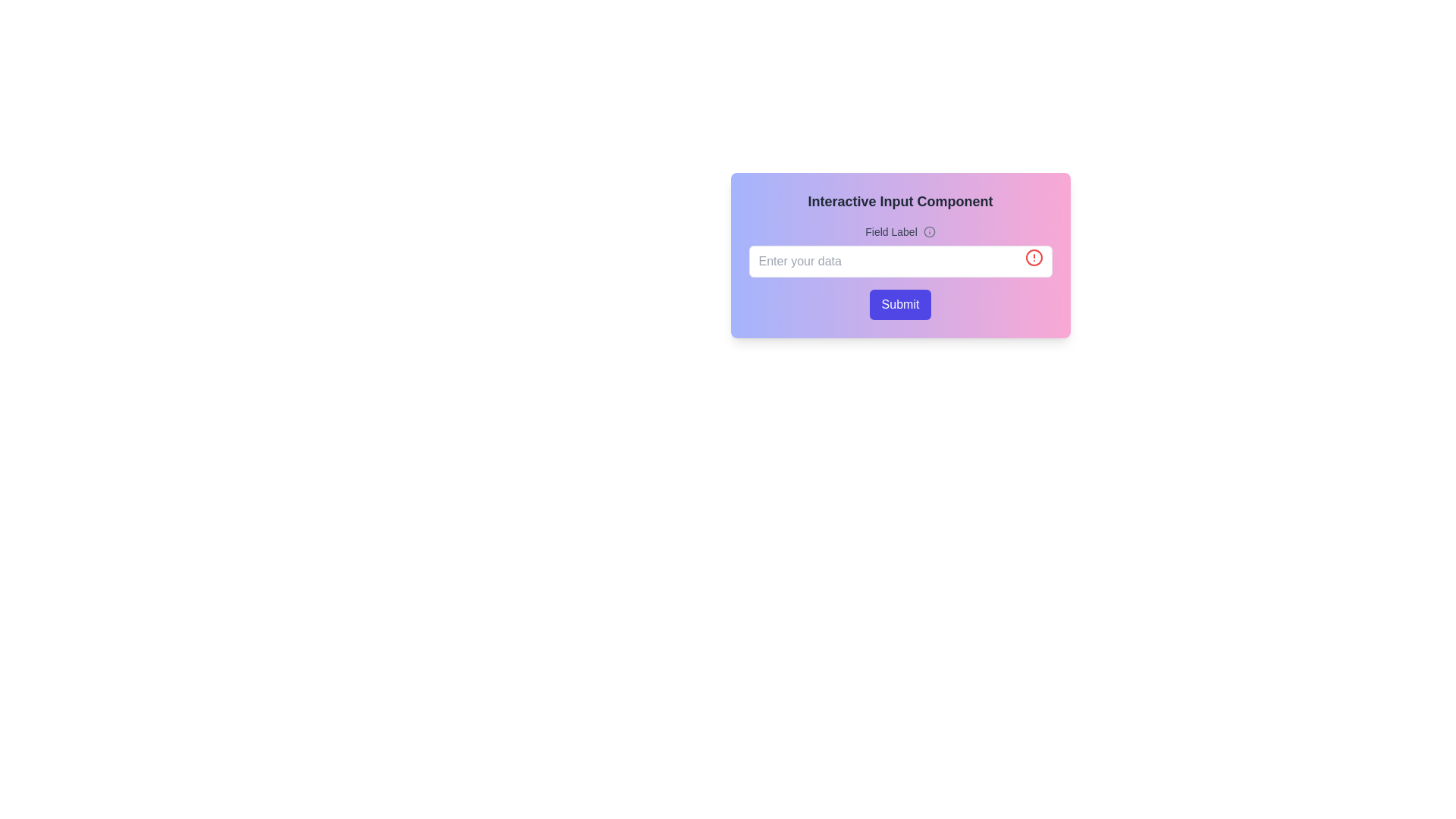 The width and height of the screenshot is (1456, 819). I want to click on the label that informs users of the adjacent input field's purpose, located above the input box with the placeholder text 'Enter your data', so click(900, 231).